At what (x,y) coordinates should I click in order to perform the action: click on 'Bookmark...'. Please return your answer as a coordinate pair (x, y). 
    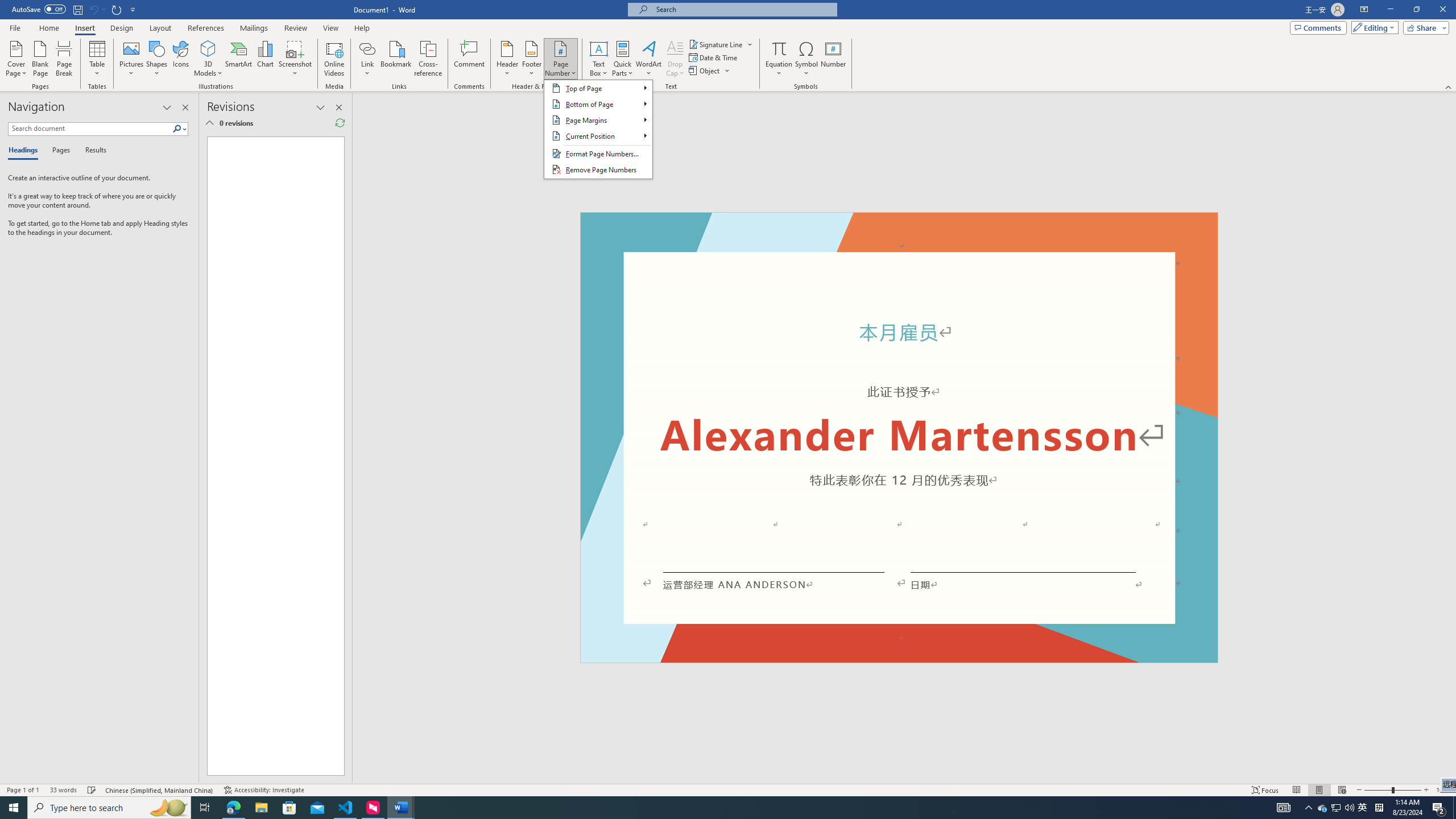
    Looking at the image, I should click on (396, 59).